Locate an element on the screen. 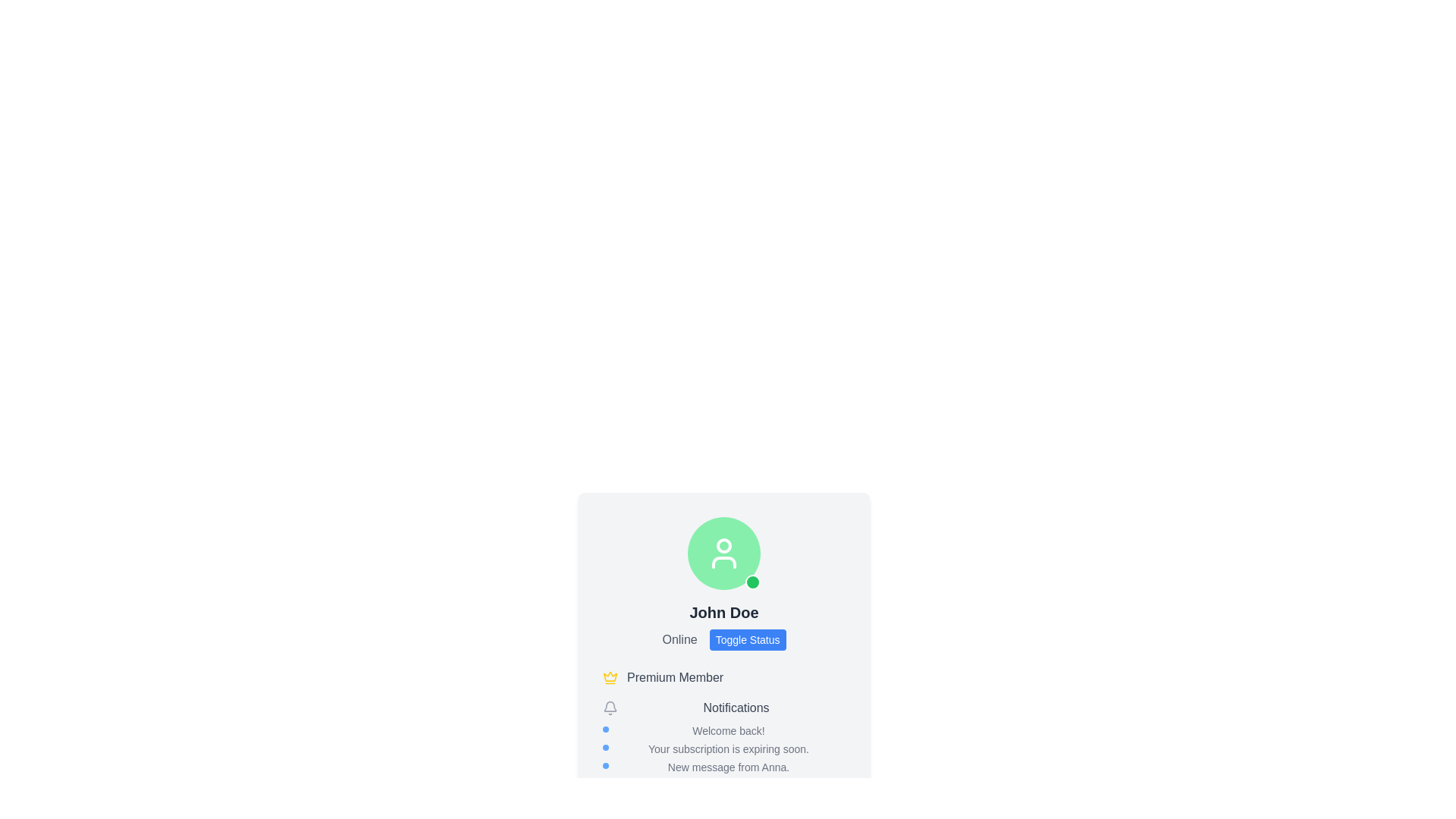  the Information Panel located below the user display name 'John Doe' to read the notifications is located at coordinates (723, 721).